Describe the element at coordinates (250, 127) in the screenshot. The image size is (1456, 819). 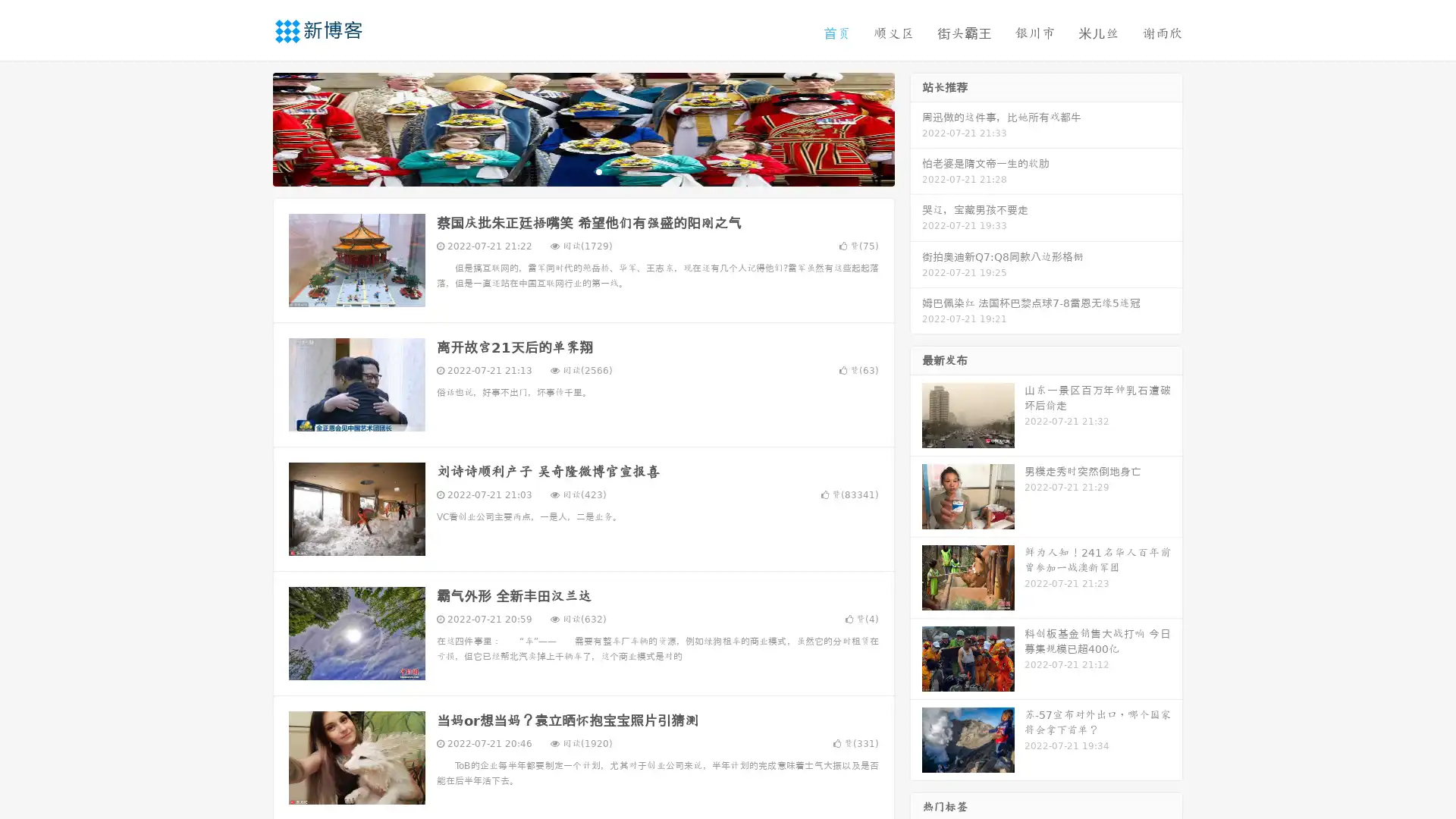
I see `Previous slide` at that location.